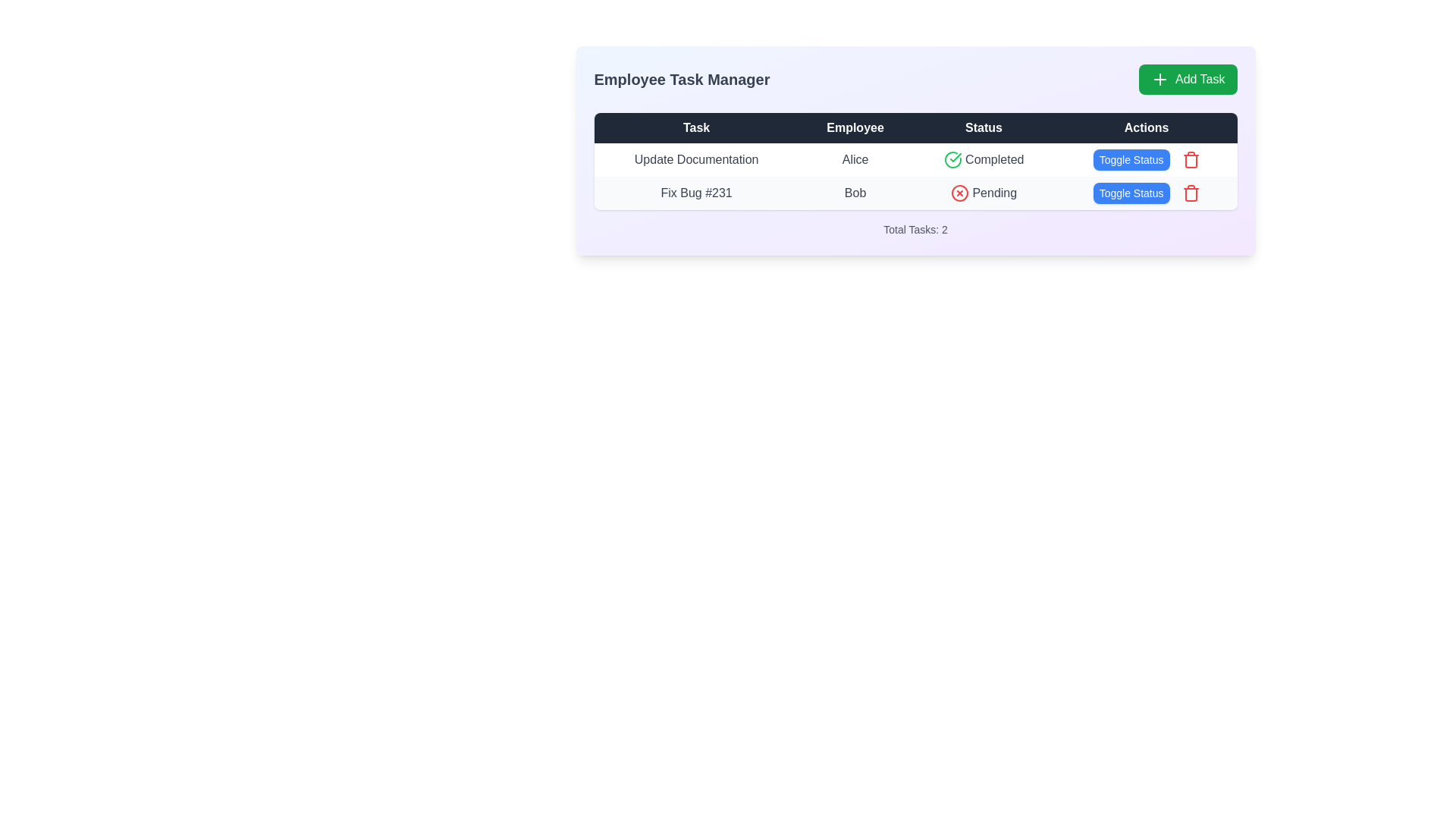  I want to click on the blue button labeled 'Toggle Status' located in the 'Actions' column of the 'Update Documentation' task, so click(1147, 160).